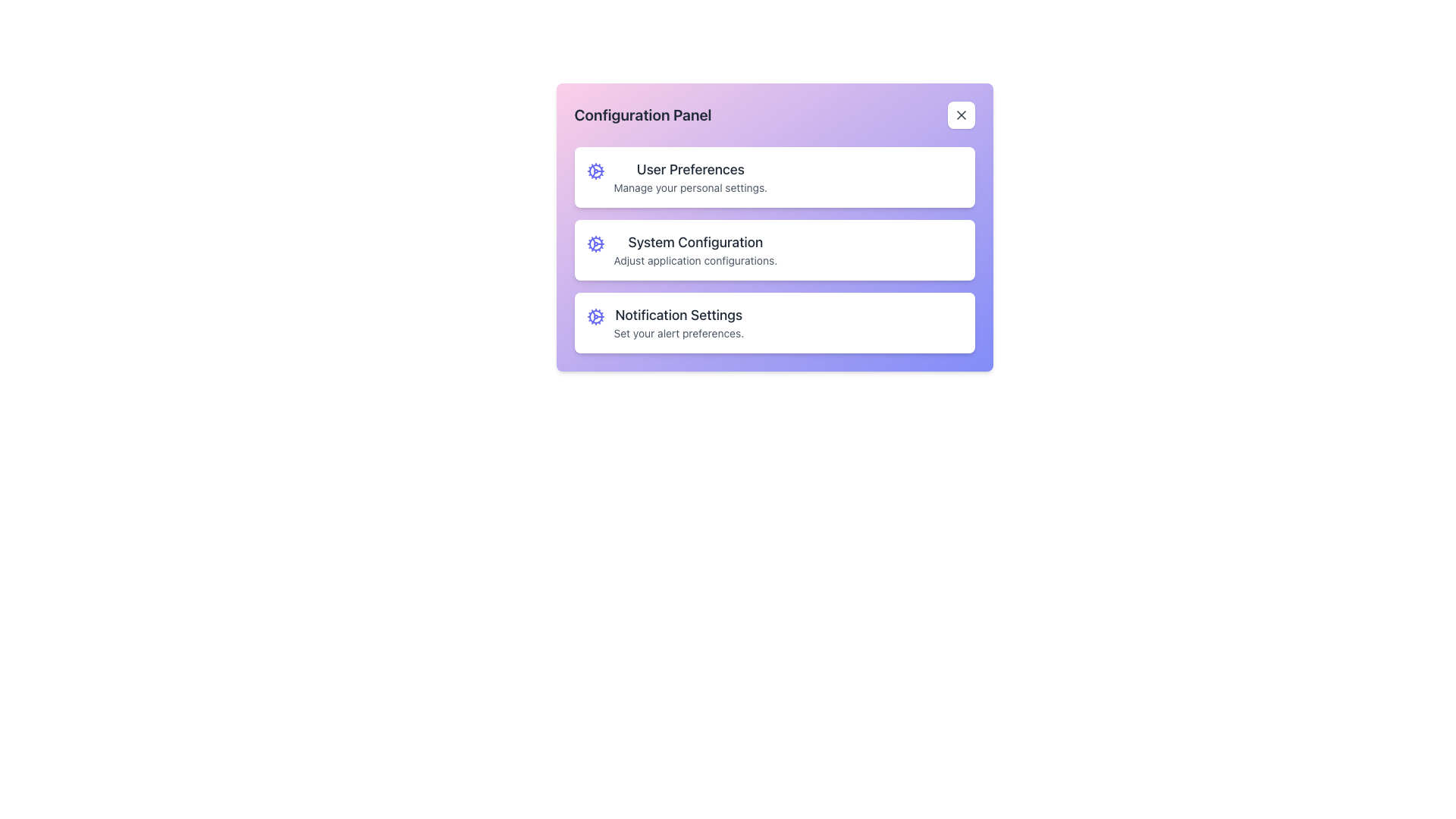 The image size is (1456, 819). Describe the element at coordinates (689, 177) in the screenshot. I see `the informational text block titled 'User Preferences' within the 'Configuration Panel' modal, which includes a bold title and a subtitle, positioned at the top of the list` at that location.